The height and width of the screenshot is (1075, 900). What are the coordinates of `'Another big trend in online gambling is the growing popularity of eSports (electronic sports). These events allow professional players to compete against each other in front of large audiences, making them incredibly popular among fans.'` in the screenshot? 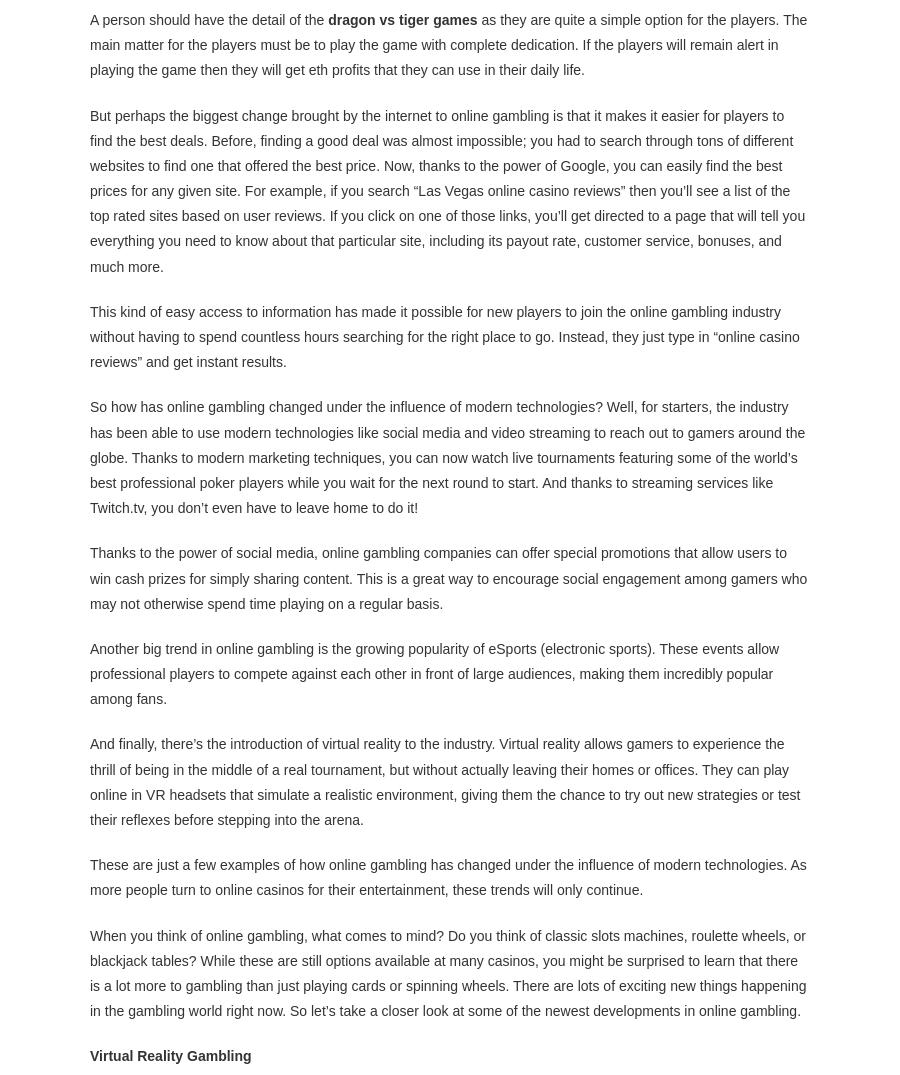 It's located at (89, 673).